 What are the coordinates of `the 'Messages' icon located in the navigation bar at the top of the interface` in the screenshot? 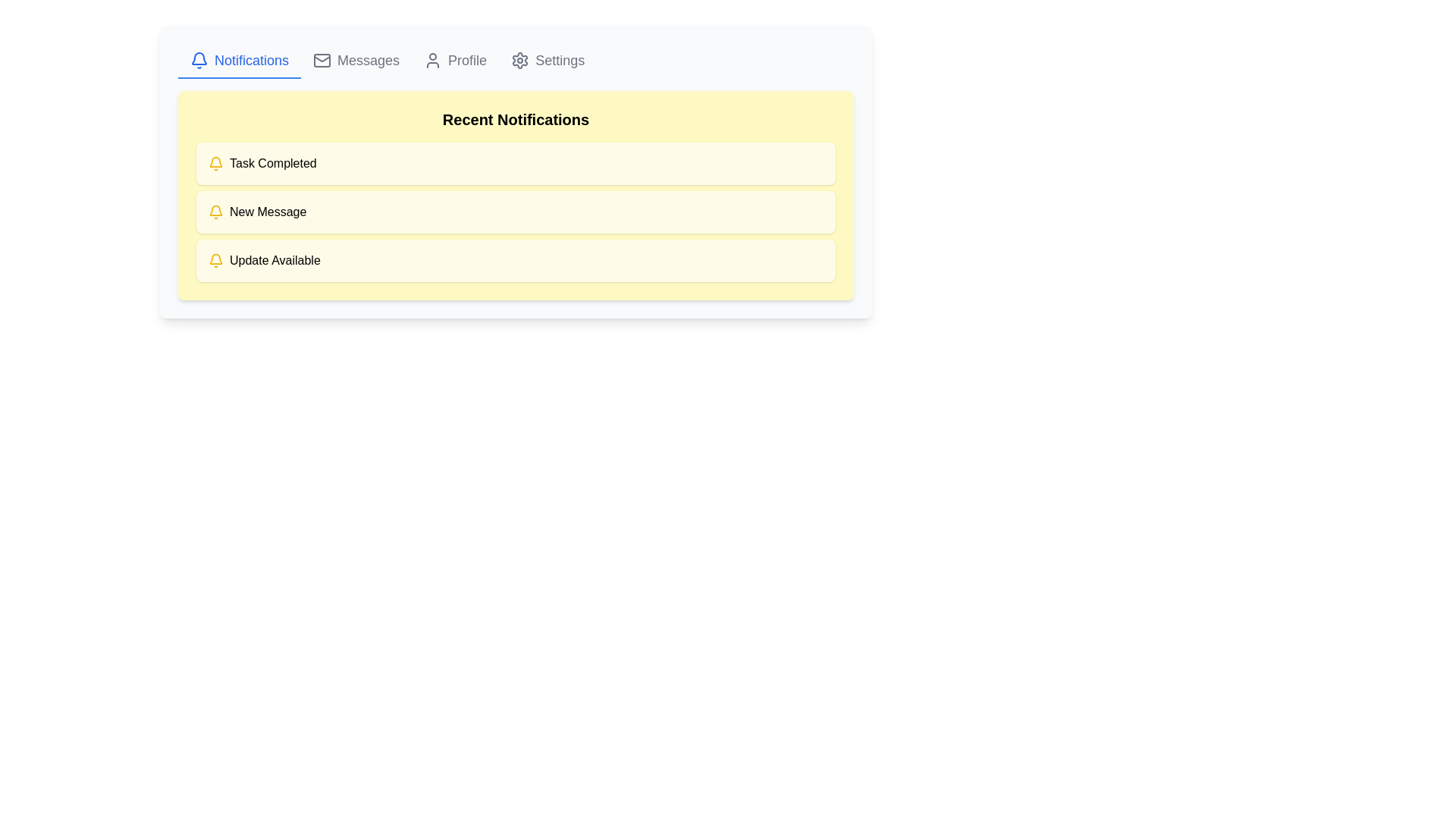 It's located at (322, 60).